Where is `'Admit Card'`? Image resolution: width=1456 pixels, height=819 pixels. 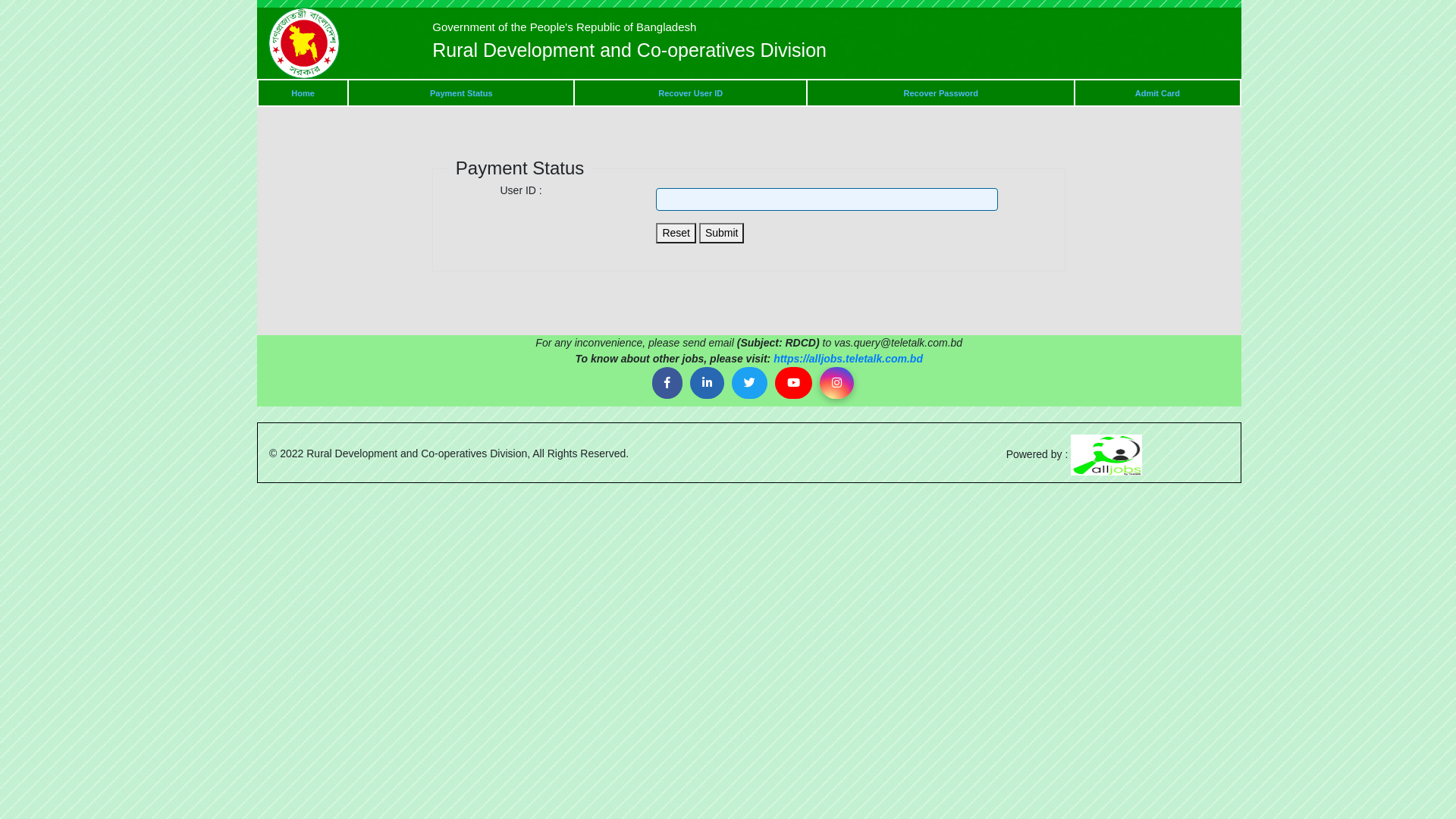 'Admit Card' is located at coordinates (1156, 93).